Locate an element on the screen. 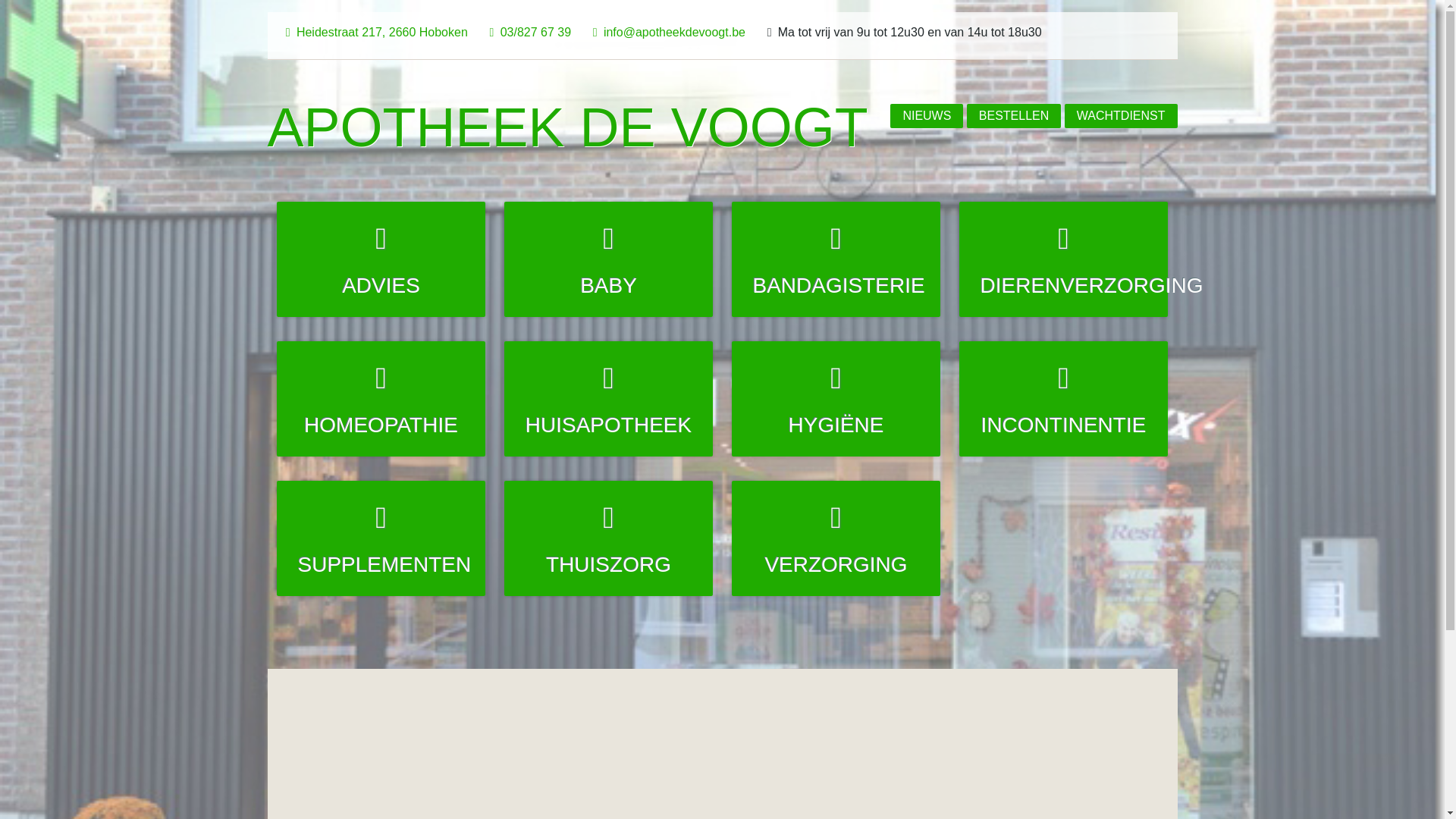  'BABY' is located at coordinates (608, 259).